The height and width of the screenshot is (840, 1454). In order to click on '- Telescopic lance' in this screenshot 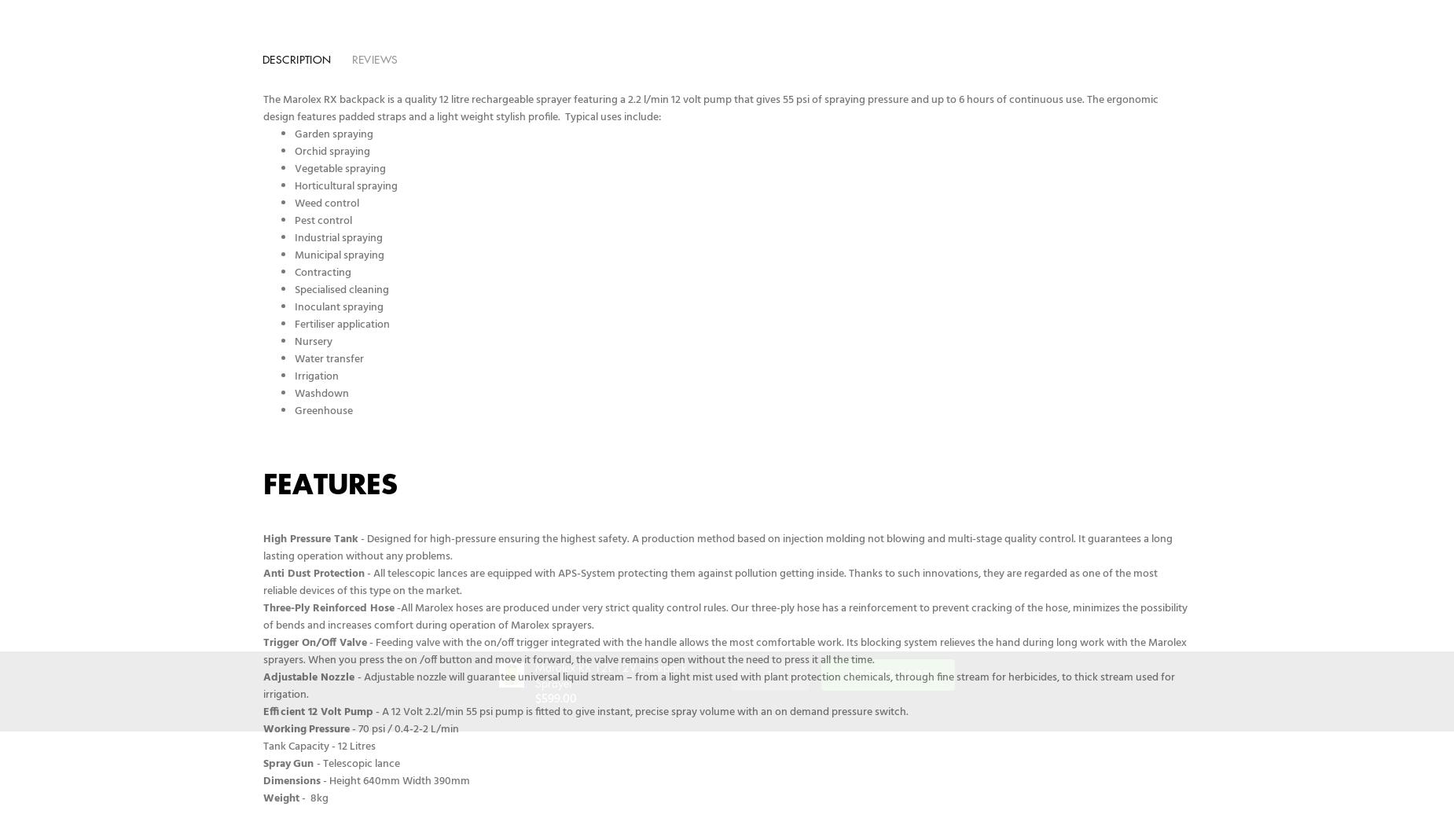, I will do `click(315, 764)`.